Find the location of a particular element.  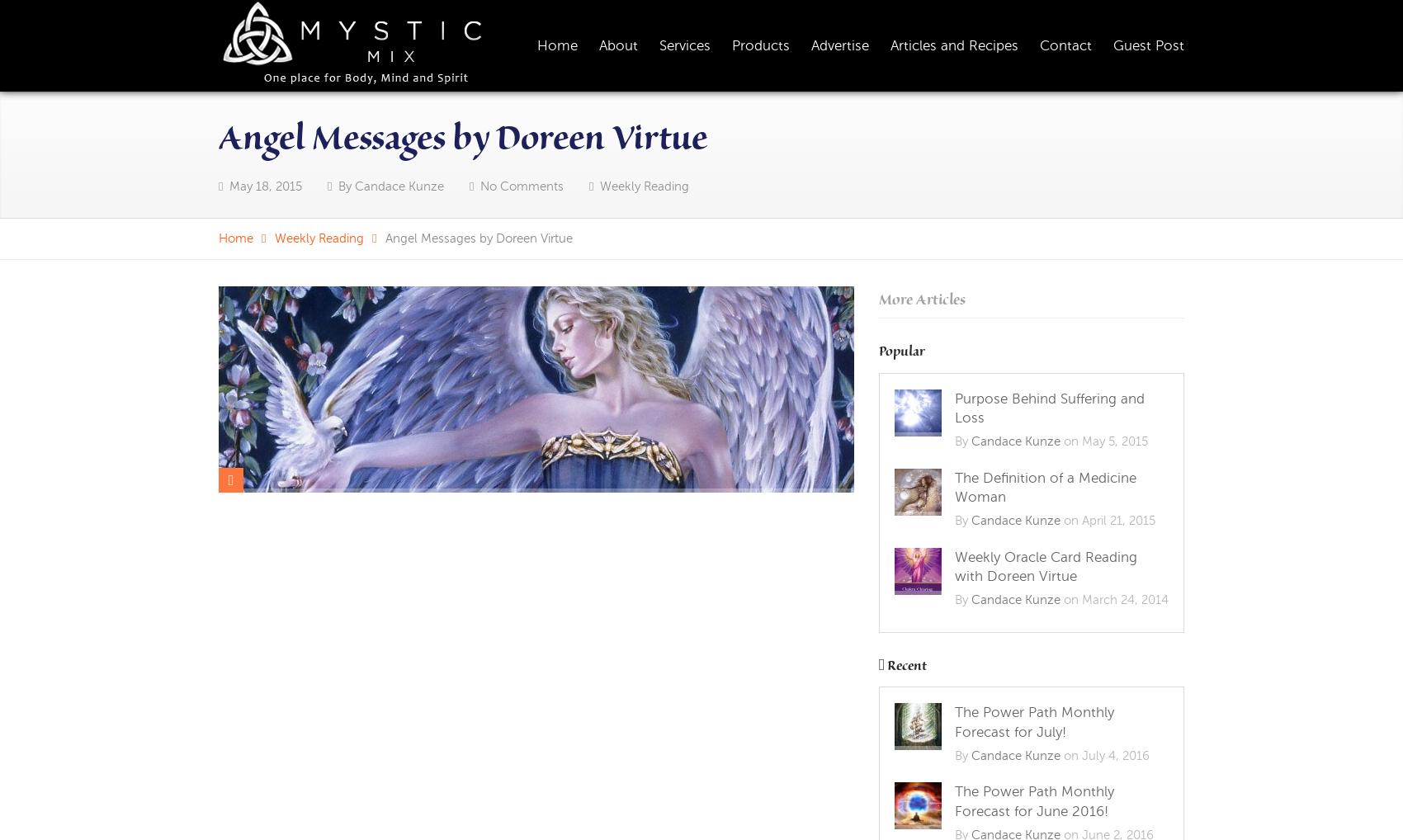

'on May 5, 2015' is located at coordinates (1104, 440).